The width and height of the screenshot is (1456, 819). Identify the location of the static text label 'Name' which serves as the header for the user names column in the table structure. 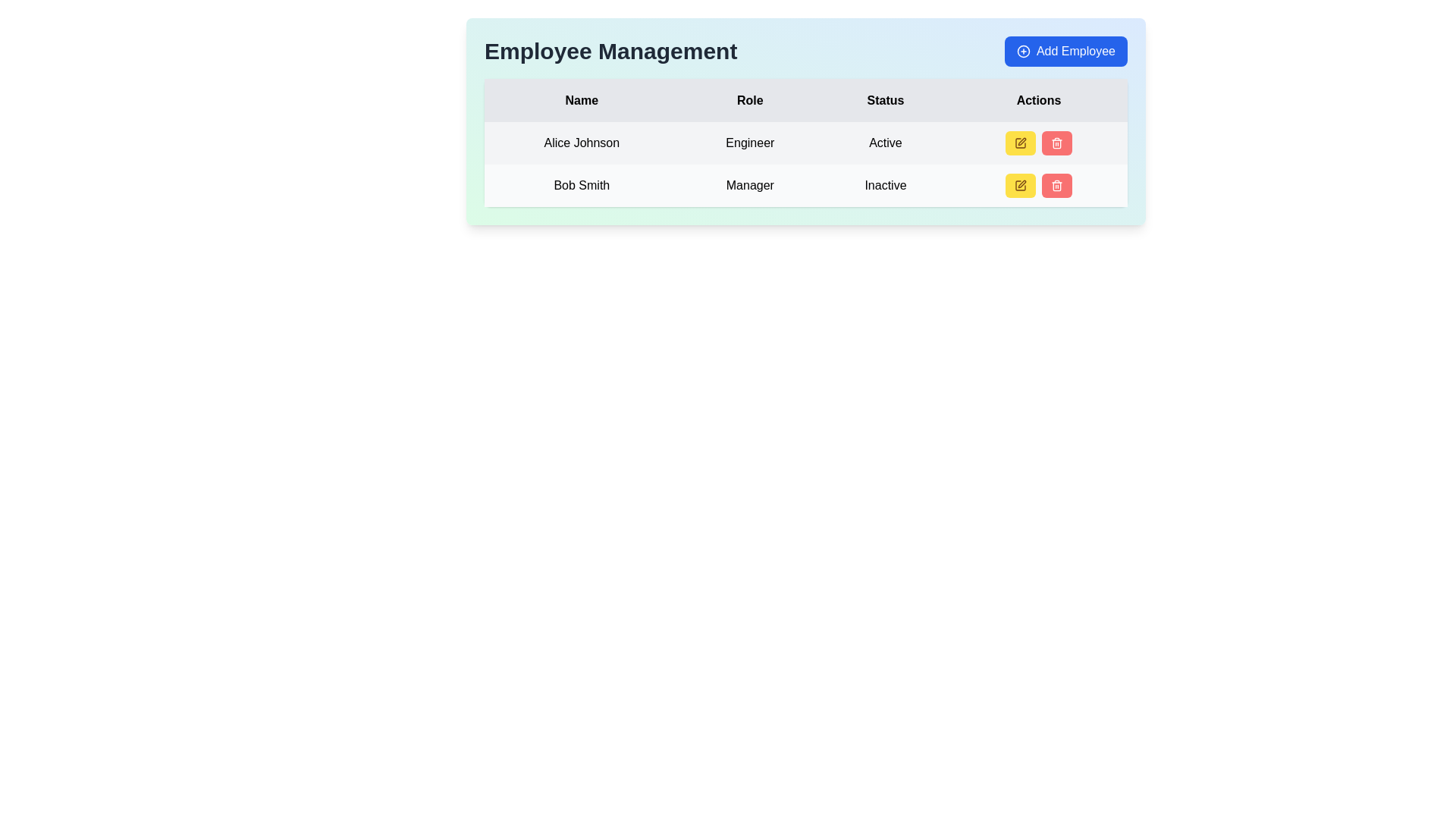
(581, 100).